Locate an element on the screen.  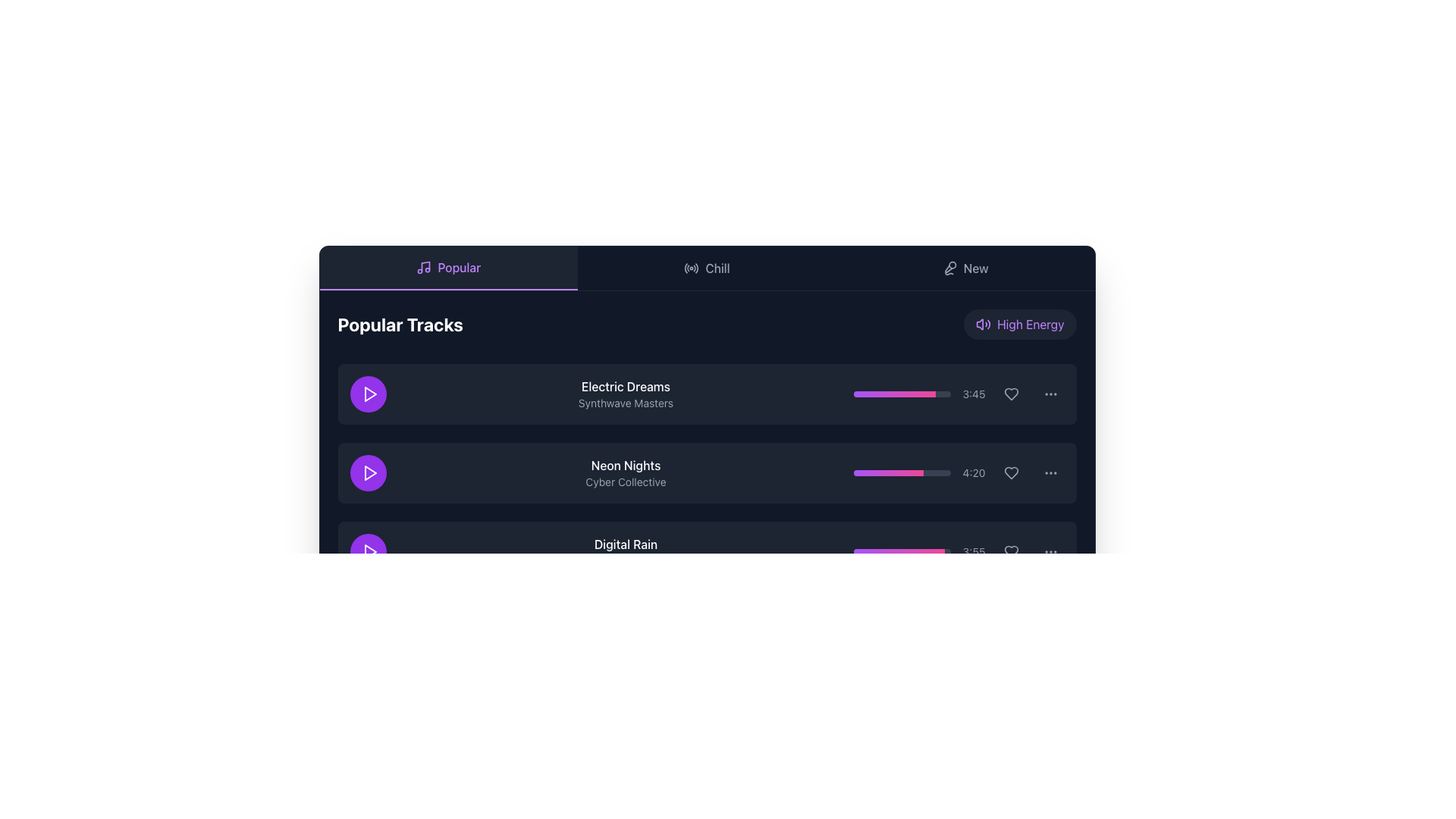
filled portion of the progress indicator for the track 'Neon Nights' located in the second progress bar under the 'Popular Tracks' section is located at coordinates (888, 472).